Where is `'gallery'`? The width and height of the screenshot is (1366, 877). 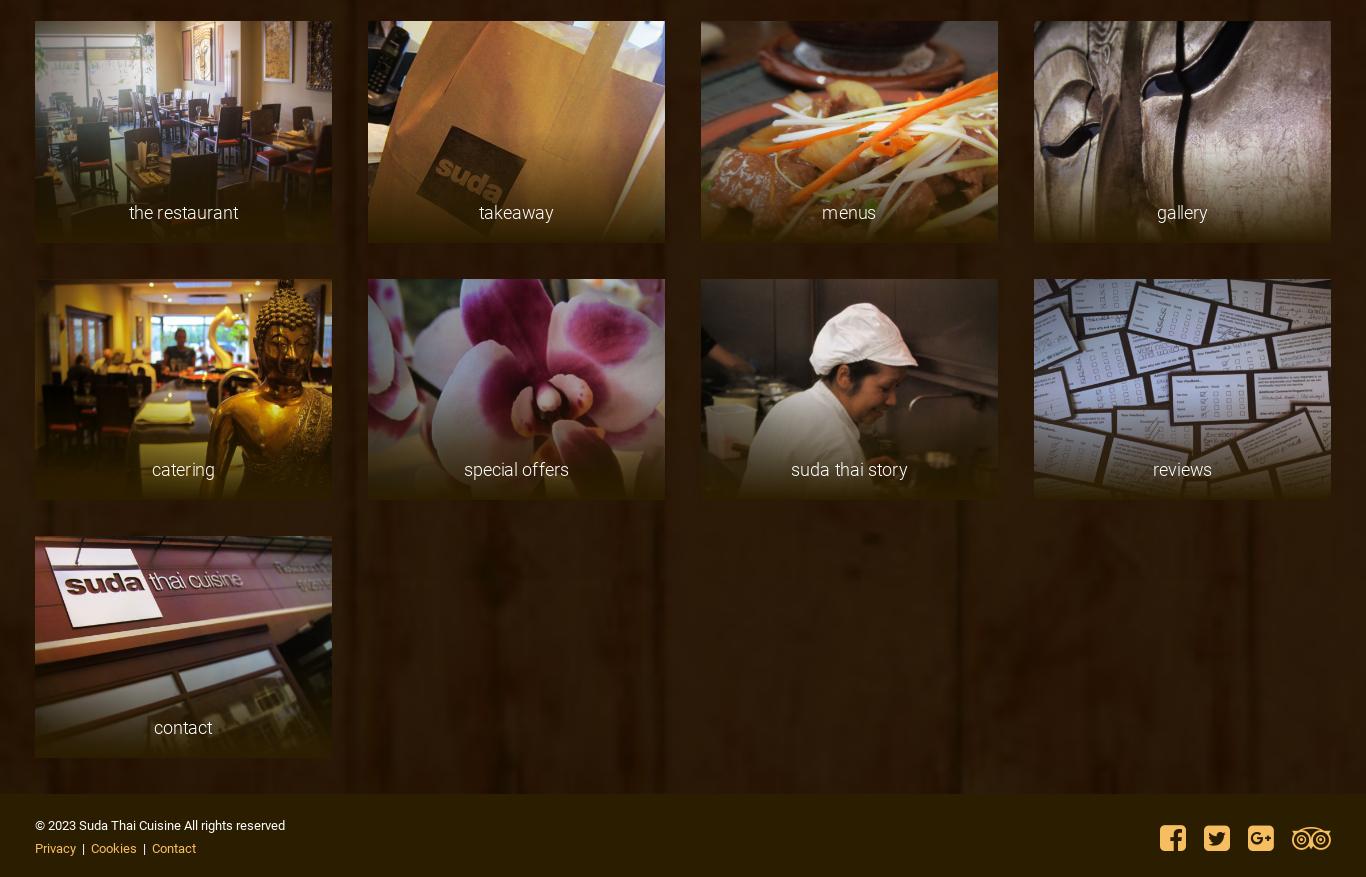
'gallery' is located at coordinates (1156, 210).